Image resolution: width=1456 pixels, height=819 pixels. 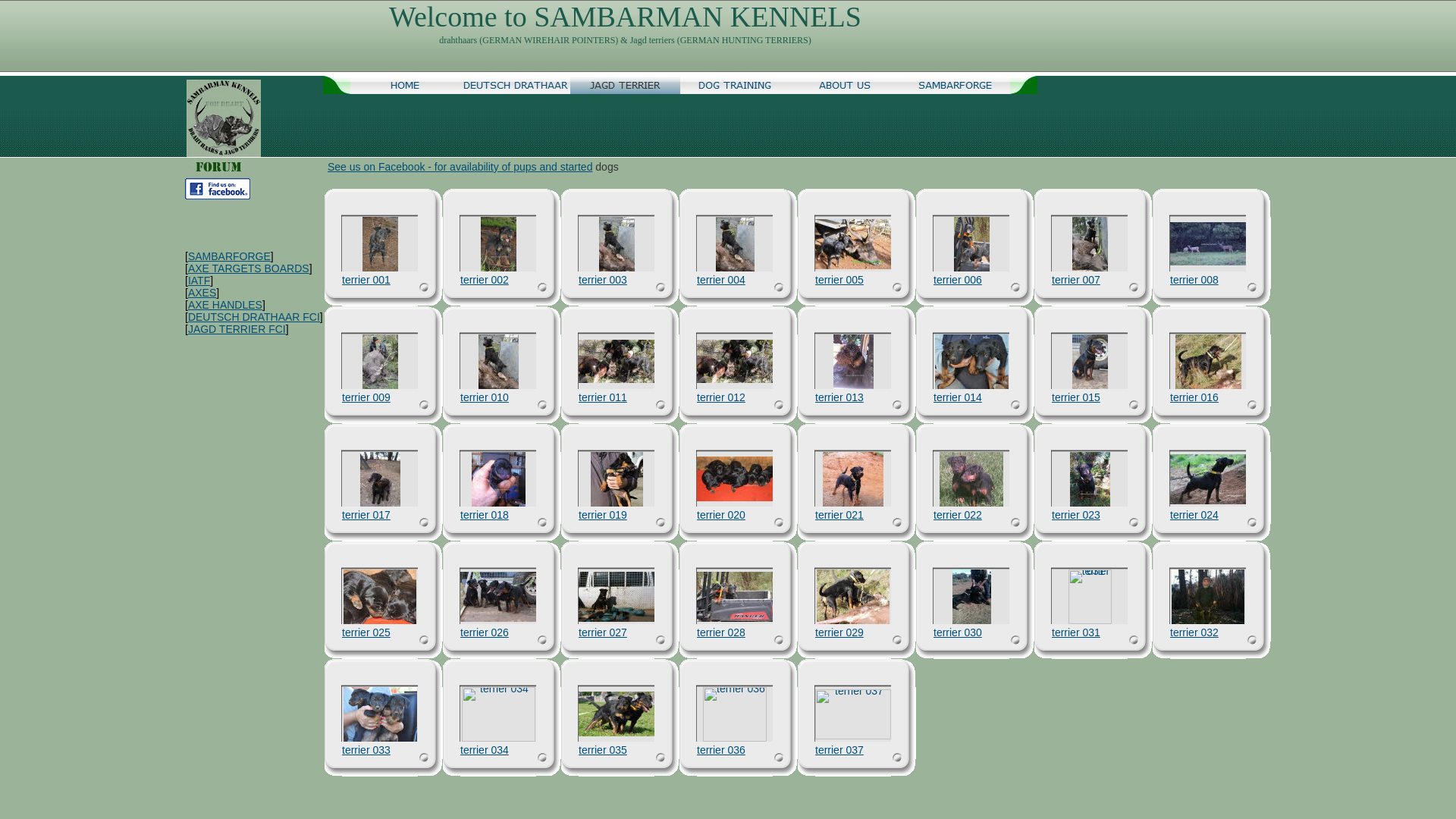 What do you see at coordinates (218, 166) in the screenshot?
I see `'forum'` at bounding box center [218, 166].